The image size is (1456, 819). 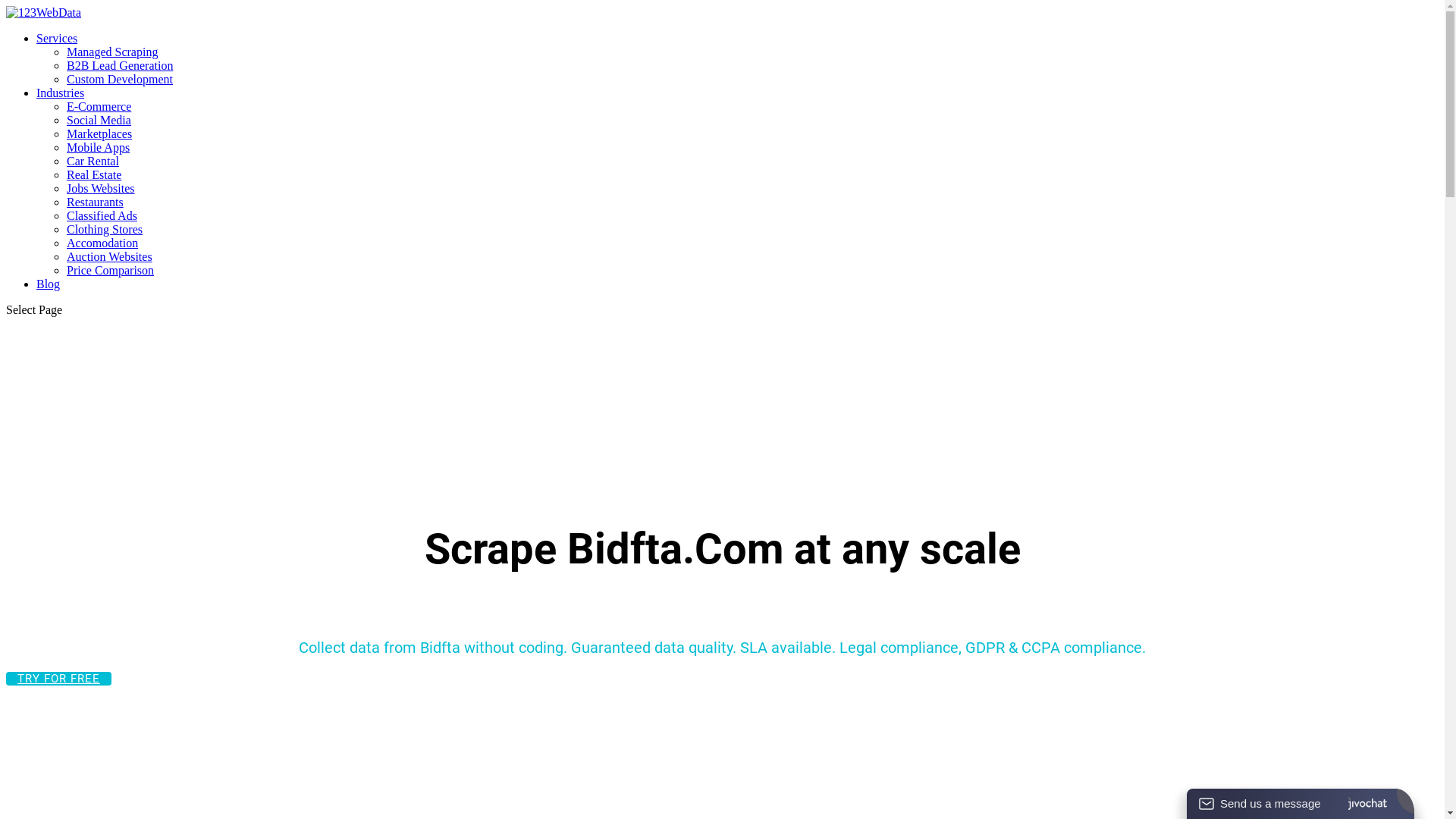 What do you see at coordinates (119, 79) in the screenshot?
I see `'Custom Development'` at bounding box center [119, 79].